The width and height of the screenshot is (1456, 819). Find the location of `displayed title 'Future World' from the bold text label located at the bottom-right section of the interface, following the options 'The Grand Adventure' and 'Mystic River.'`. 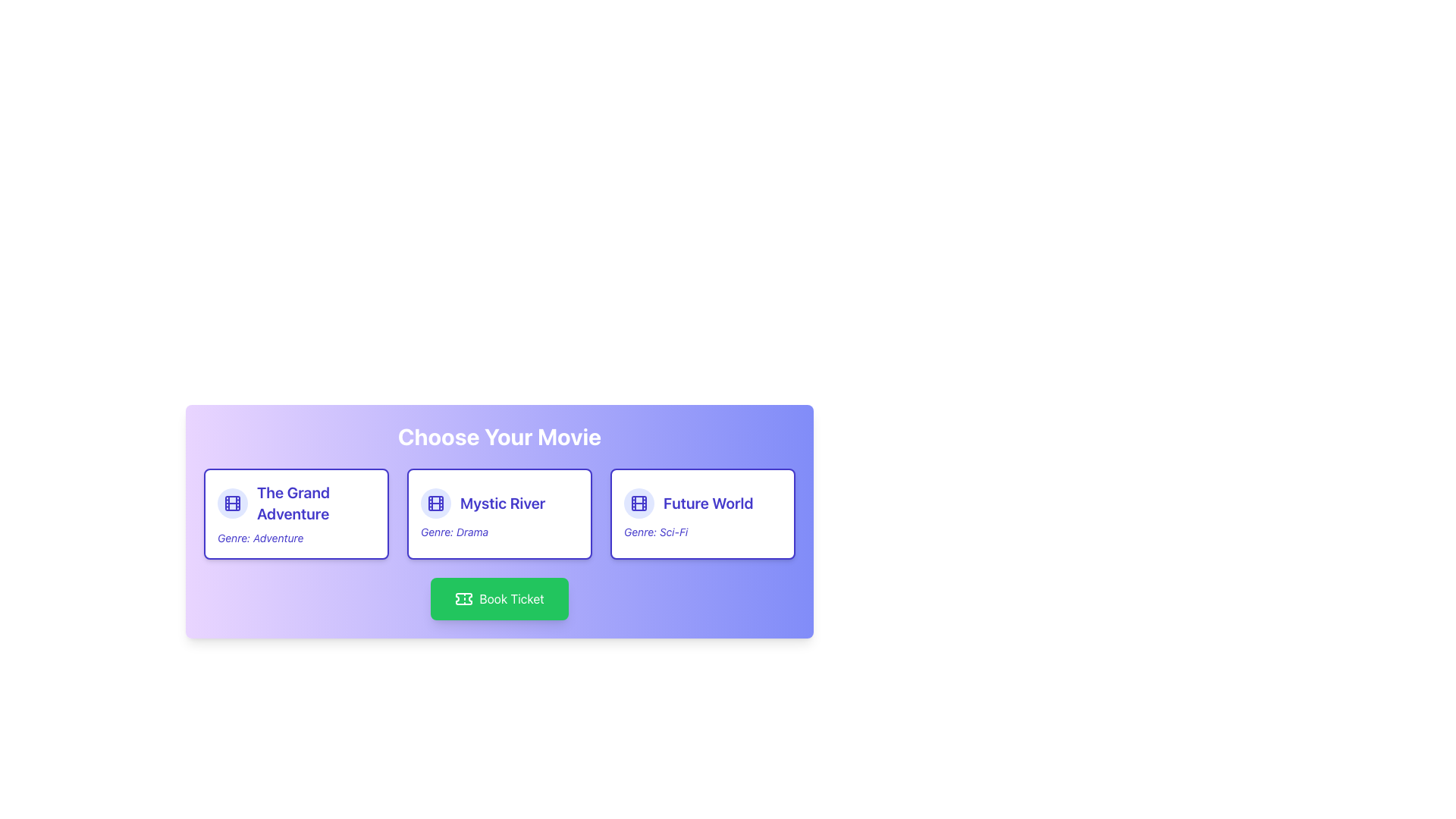

displayed title 'Future World' from the bold text label located at the bottom-right section of the interface, following the options 'The Grand Adventure' and 'Mystic River.' is located at coordinates (708, 503).